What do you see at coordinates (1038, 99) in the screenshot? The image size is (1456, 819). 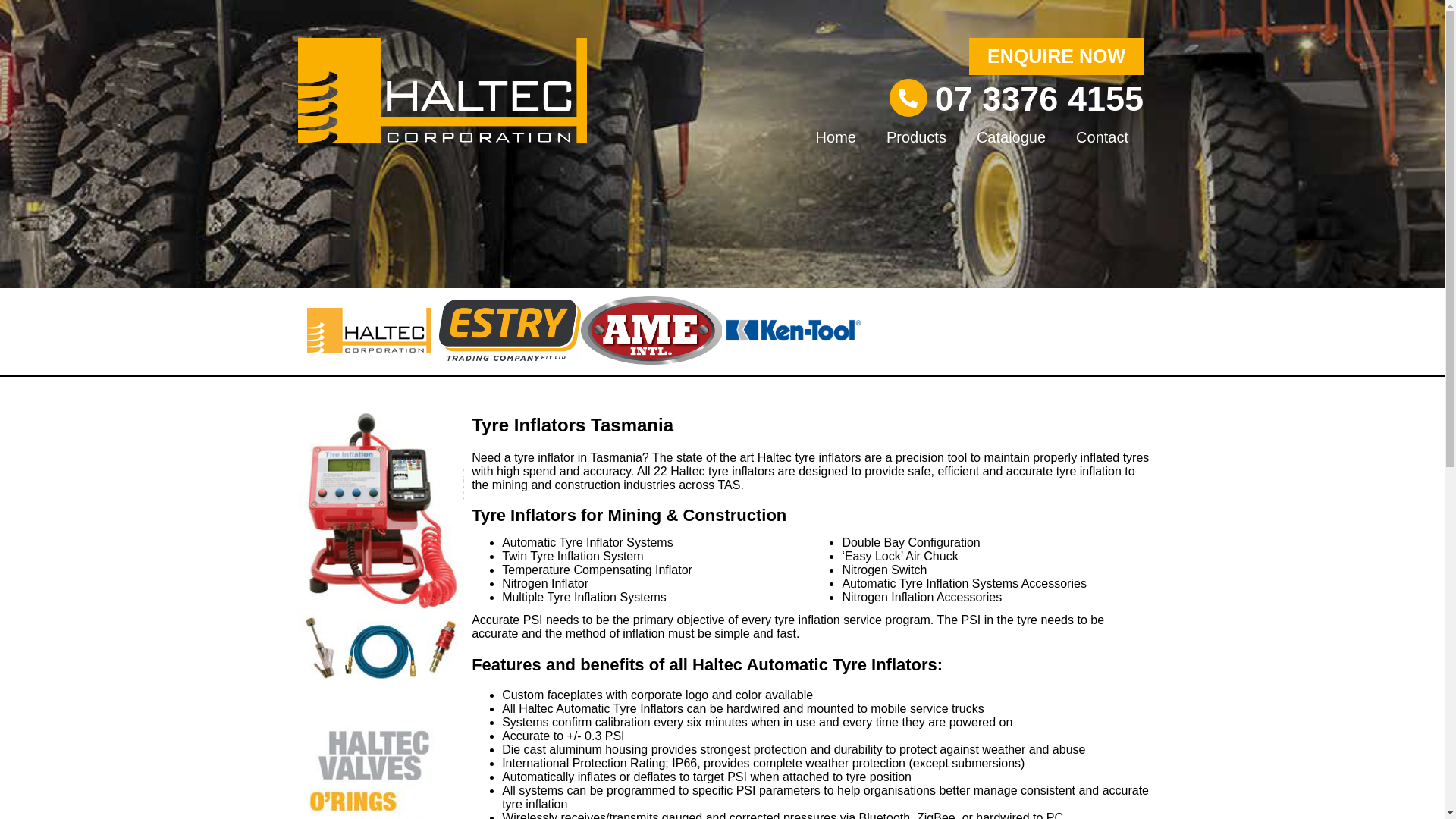 I see `'07 3376 4155'` at bounding box center [1038, 99].